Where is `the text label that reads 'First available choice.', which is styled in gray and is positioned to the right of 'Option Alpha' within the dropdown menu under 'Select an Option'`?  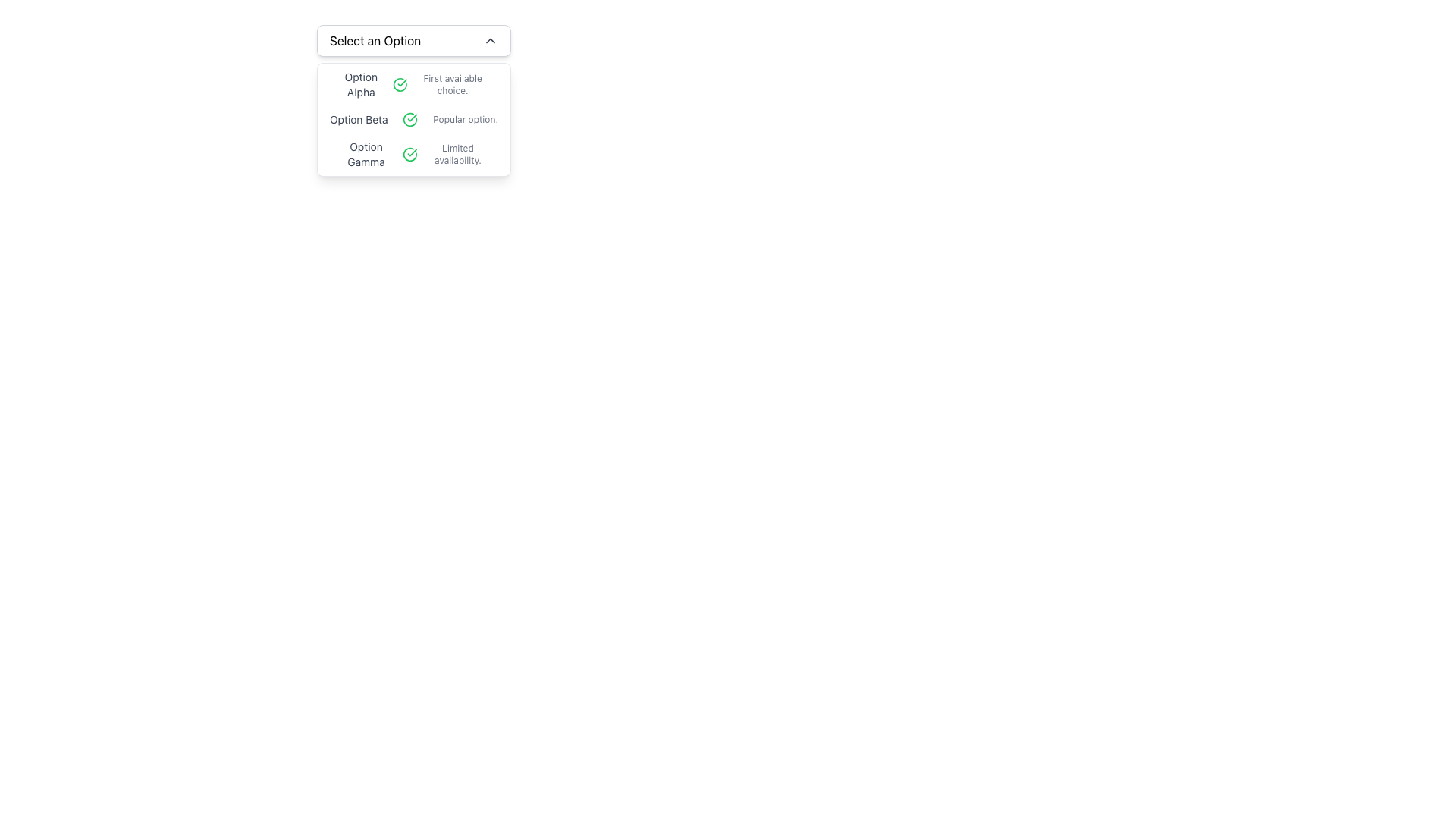
the text label that reads 'First available choice.', which is styled in gray and is positioned to the right of 'Option Alpha' within the dropdown menu under 'Select an Option' is located at coordinates (452, 84).